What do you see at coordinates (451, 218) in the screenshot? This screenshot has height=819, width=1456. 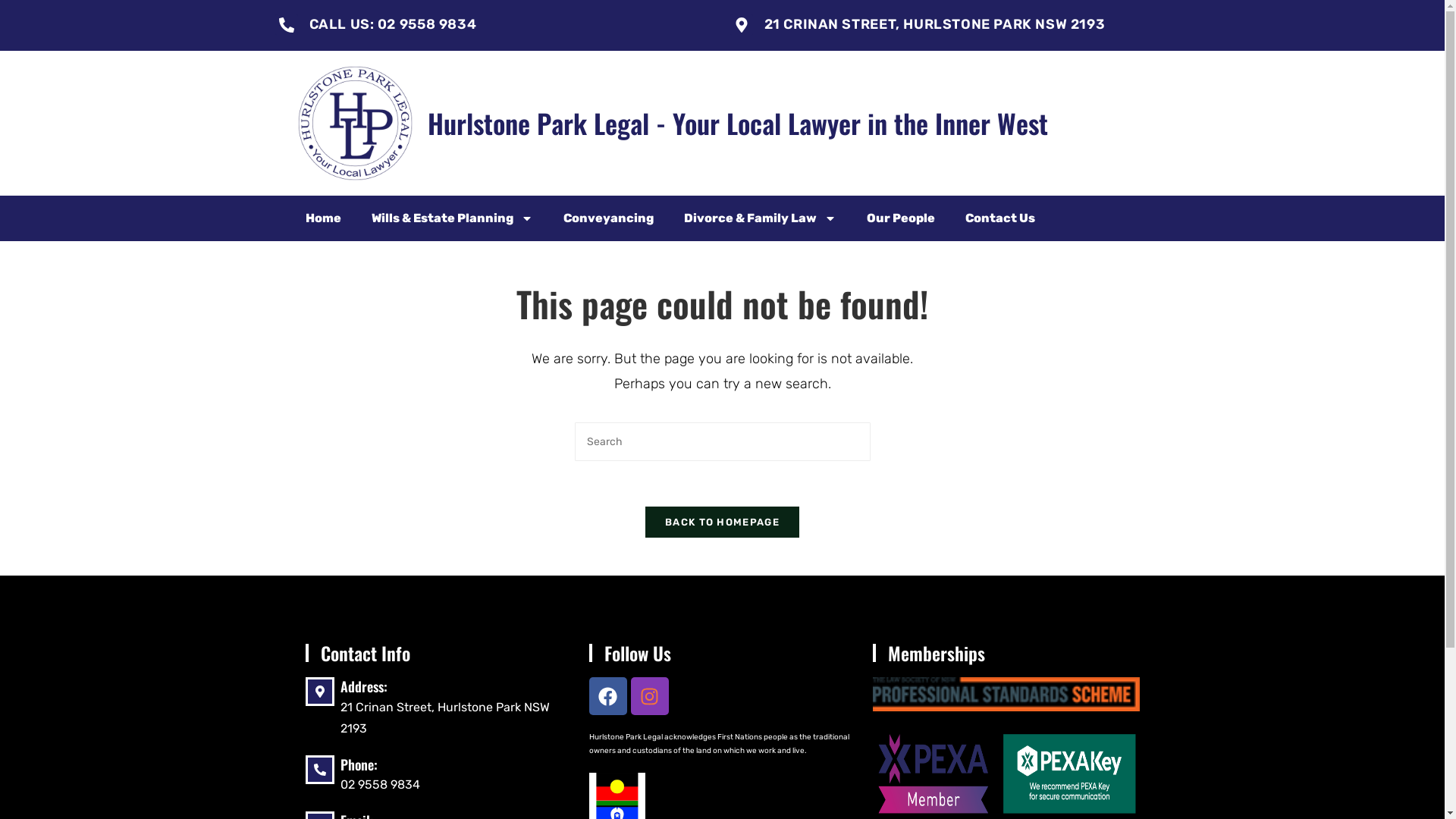 I see `'Wills & Estate Planning'` at bounding box center [451, 218].